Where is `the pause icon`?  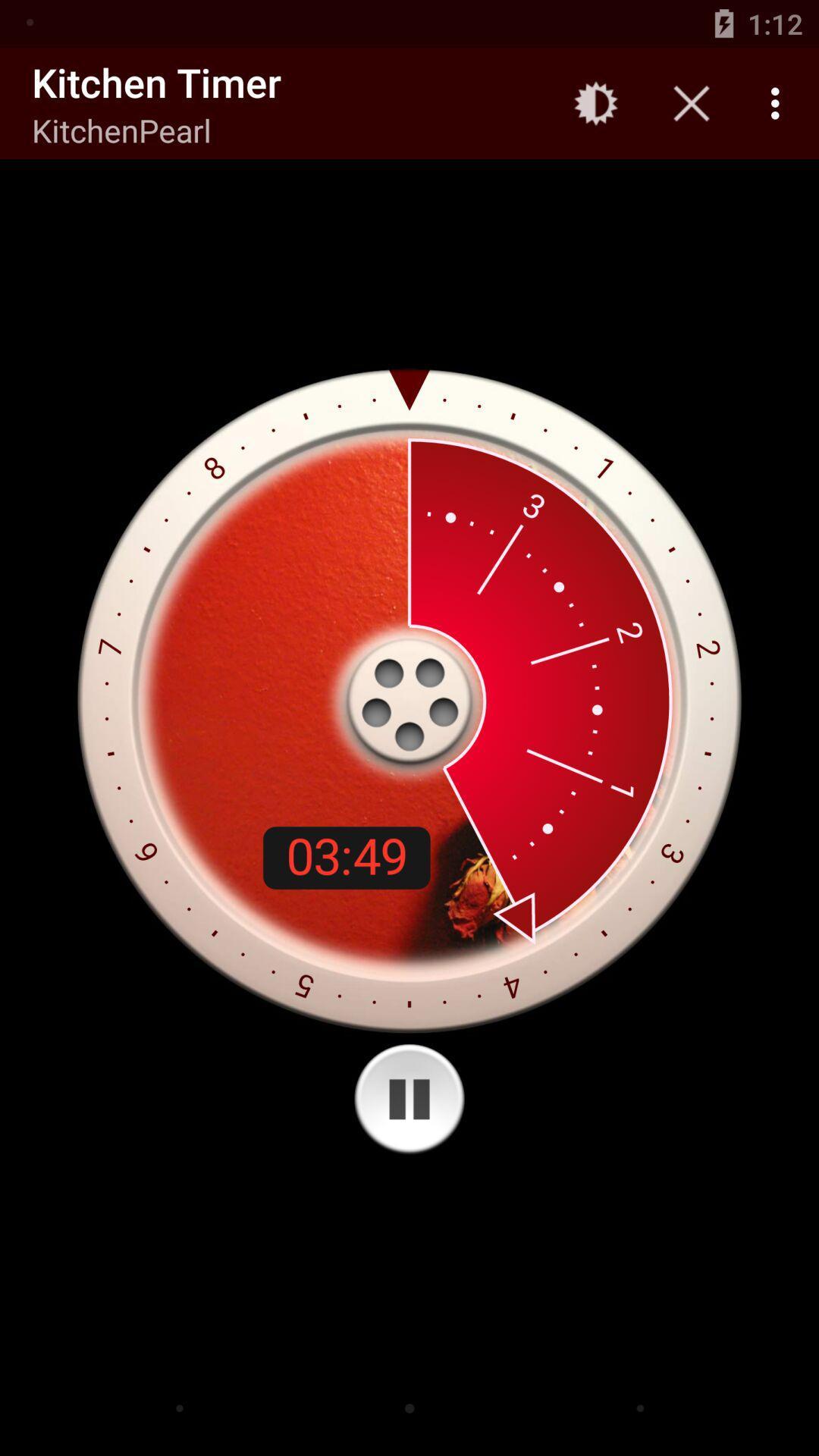
the pause icon is located at coordinates (409, 1099).